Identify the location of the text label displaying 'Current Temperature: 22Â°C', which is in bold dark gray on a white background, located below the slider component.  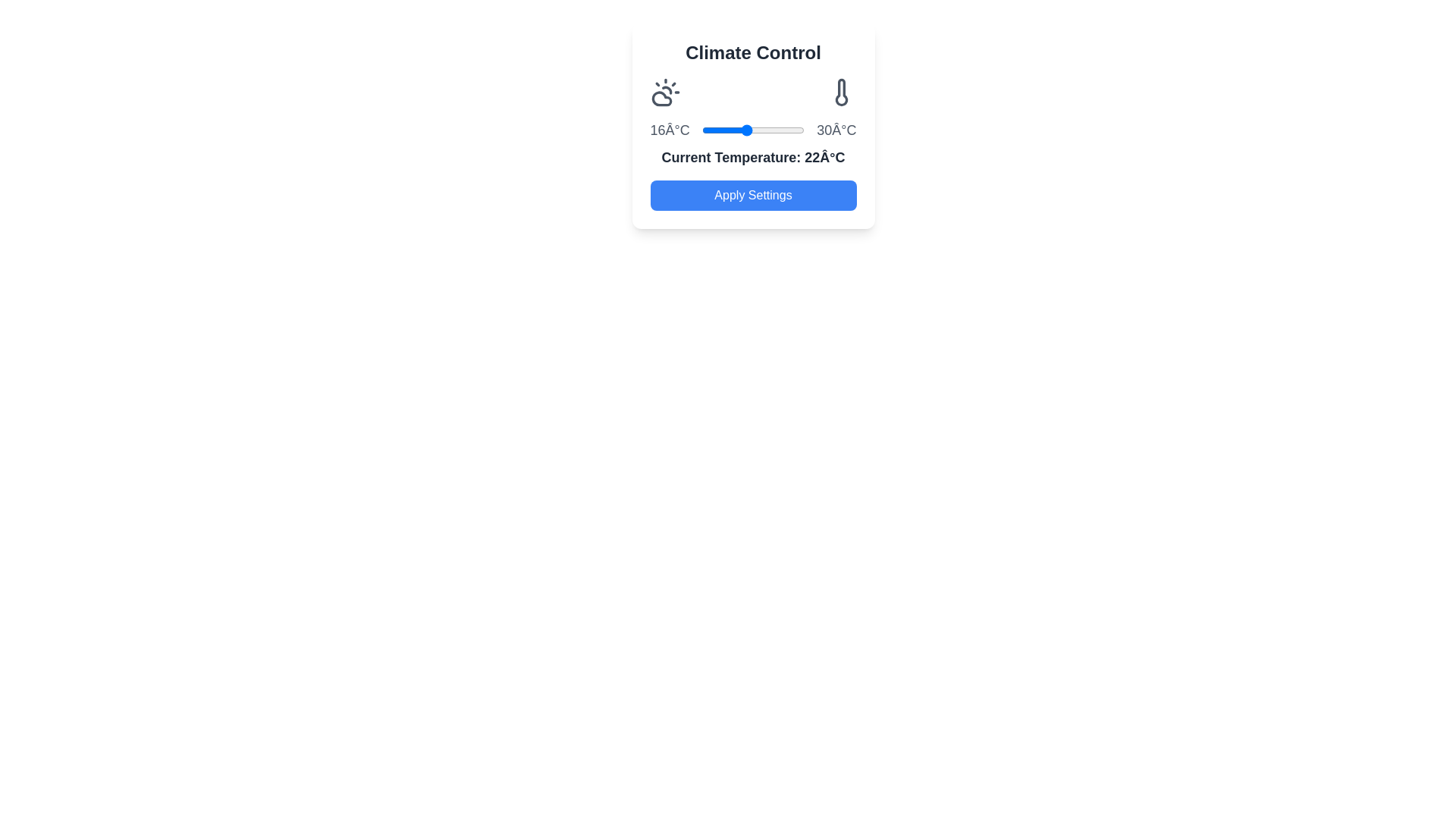
(753, 158).